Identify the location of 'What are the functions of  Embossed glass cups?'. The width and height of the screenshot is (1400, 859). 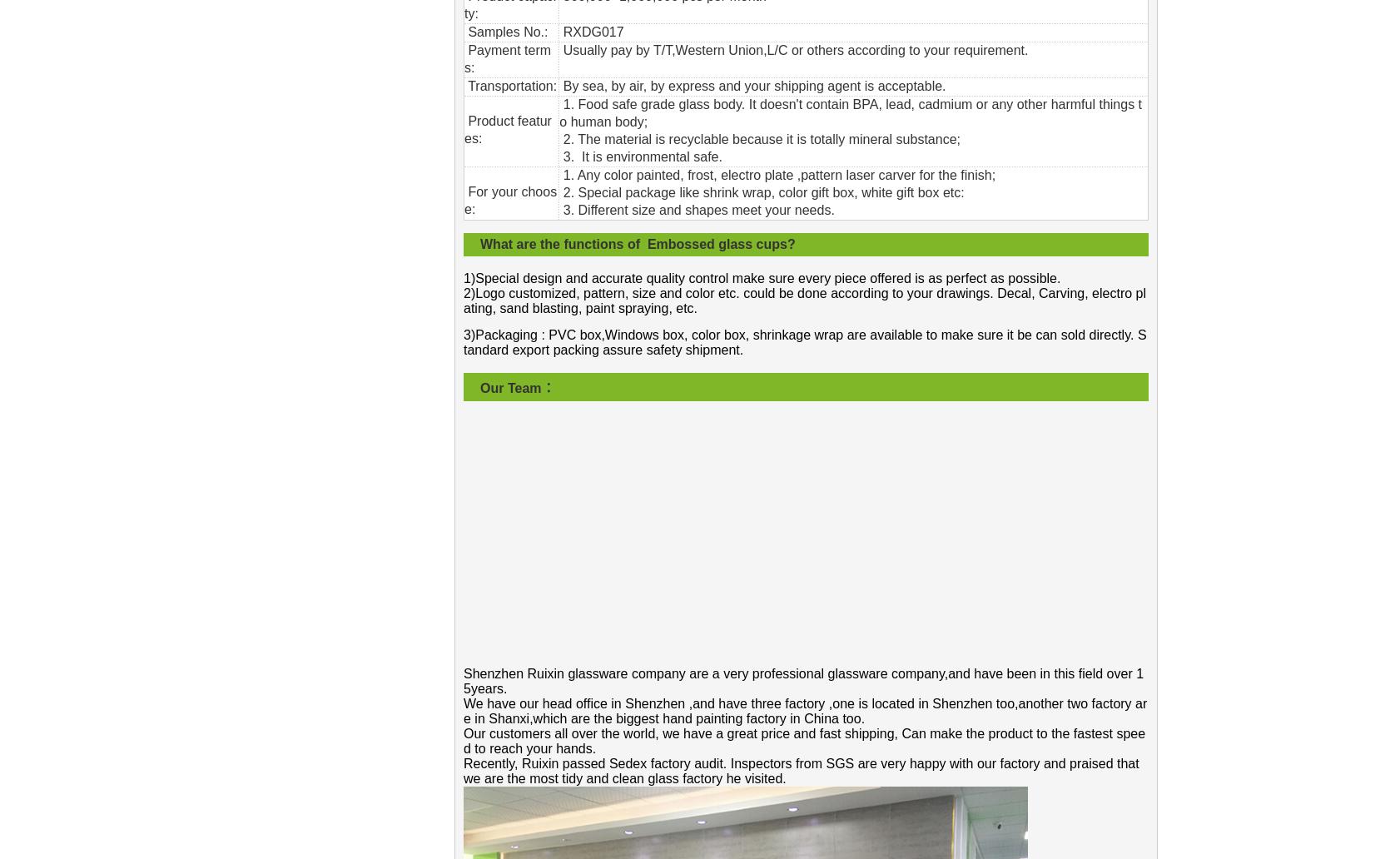
(637, 244).